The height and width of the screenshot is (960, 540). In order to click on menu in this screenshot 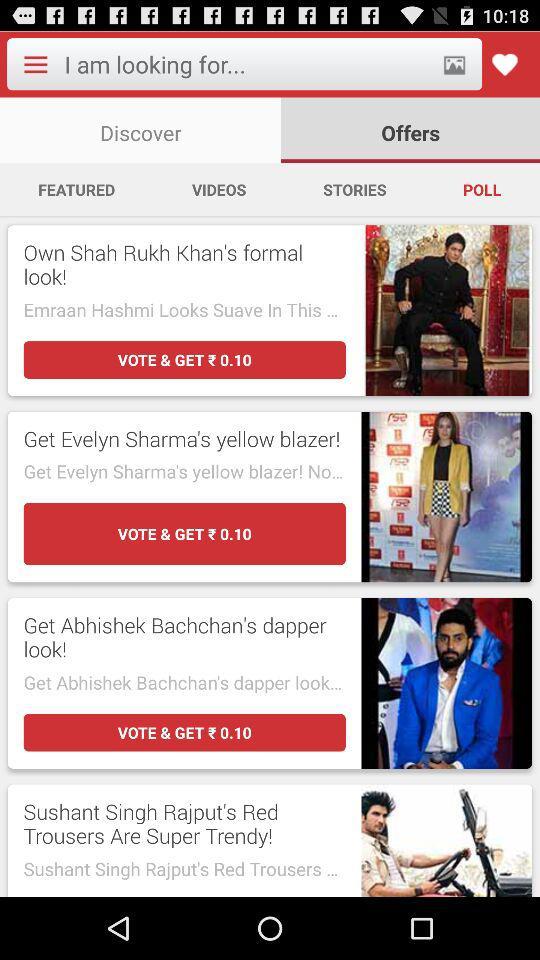, I will do `click(35, 64)`.